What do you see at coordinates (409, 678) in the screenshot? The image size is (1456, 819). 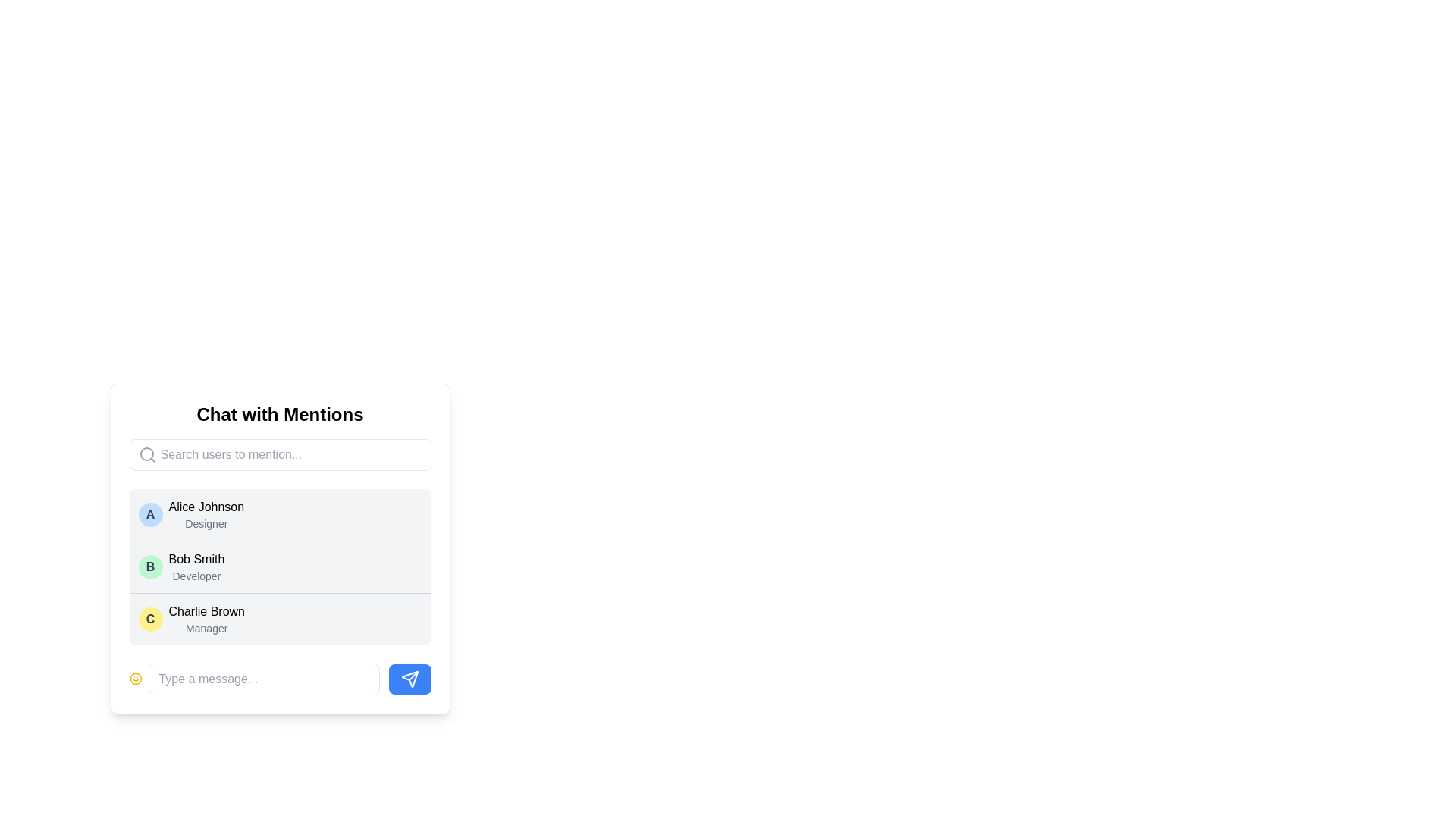 I see `the graphic component of the 'Send' icon located at the bottom-right corner of the interface, inside the blue button adjacent to the text input box` at bounding box center [409, 678].